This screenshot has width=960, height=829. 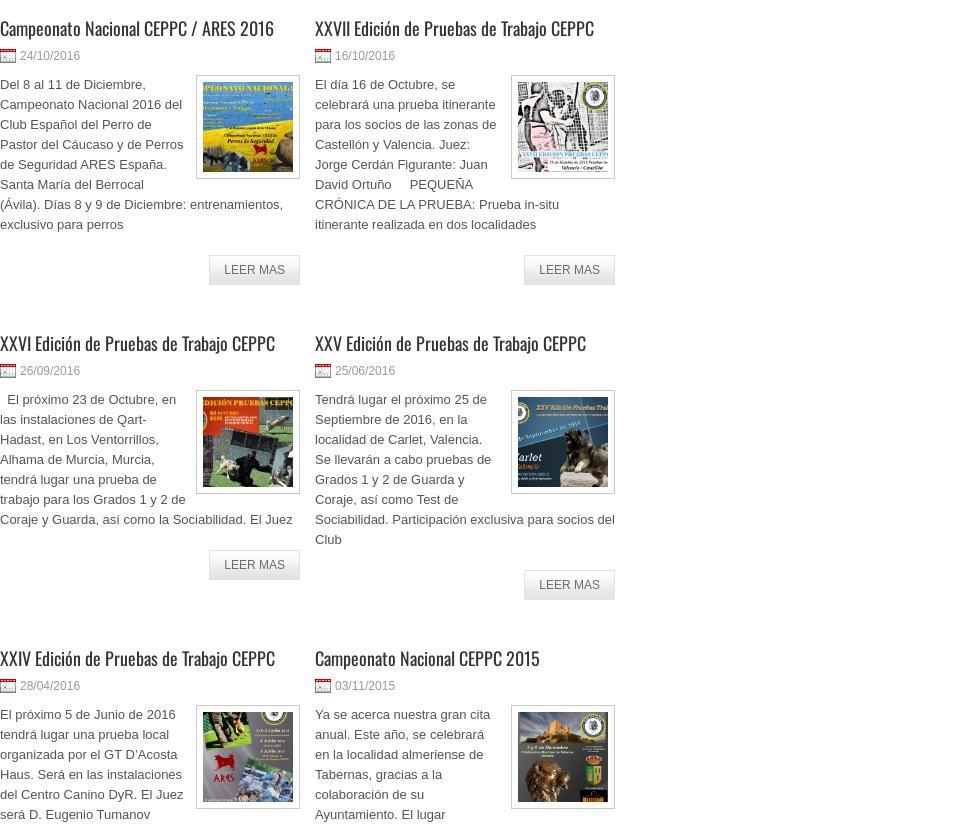 I want to click on 'XXVII Edición de Pruebas de Trabajo CEPPC', so click(x=314, y=28).